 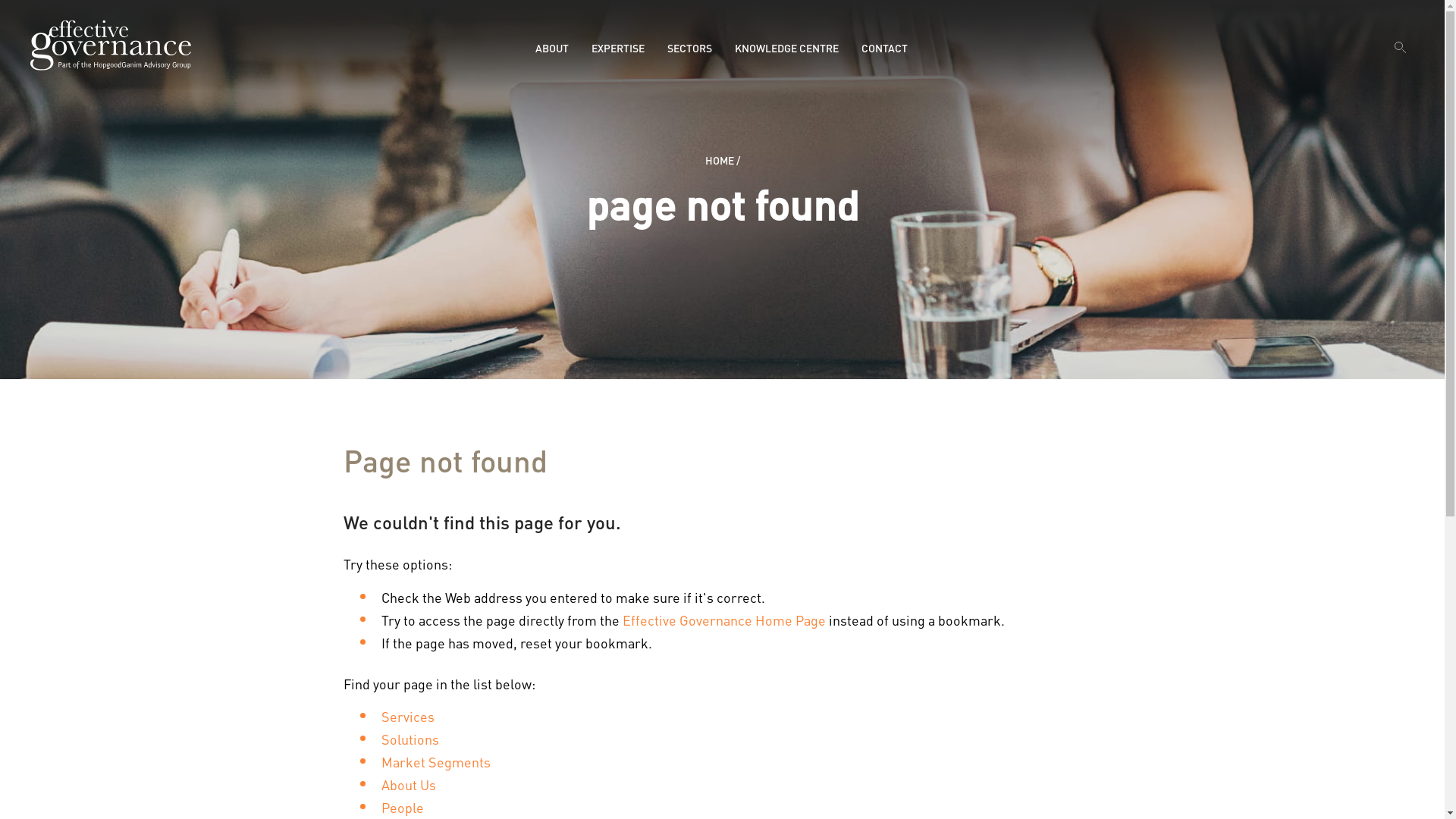 I want to click on 'Effective Governance Home Page', so click(x=622, y=620).